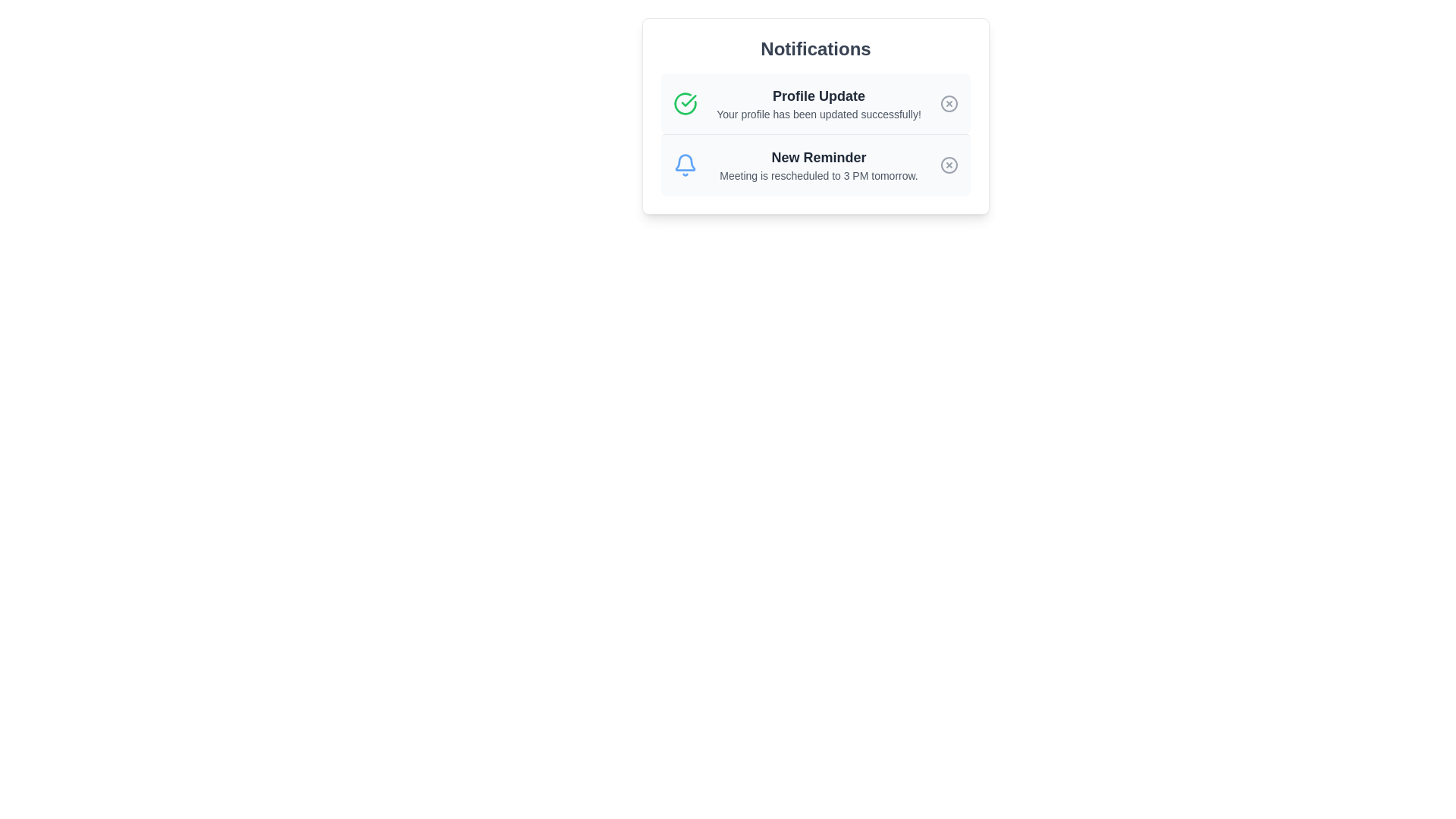  What do you see at coordinates (818, 113) in the screenshot?
I see `the informational text label that indicates the successful completion of the profile update, located beneath the 'Profile Update' title` at bounding box center [818, 113].